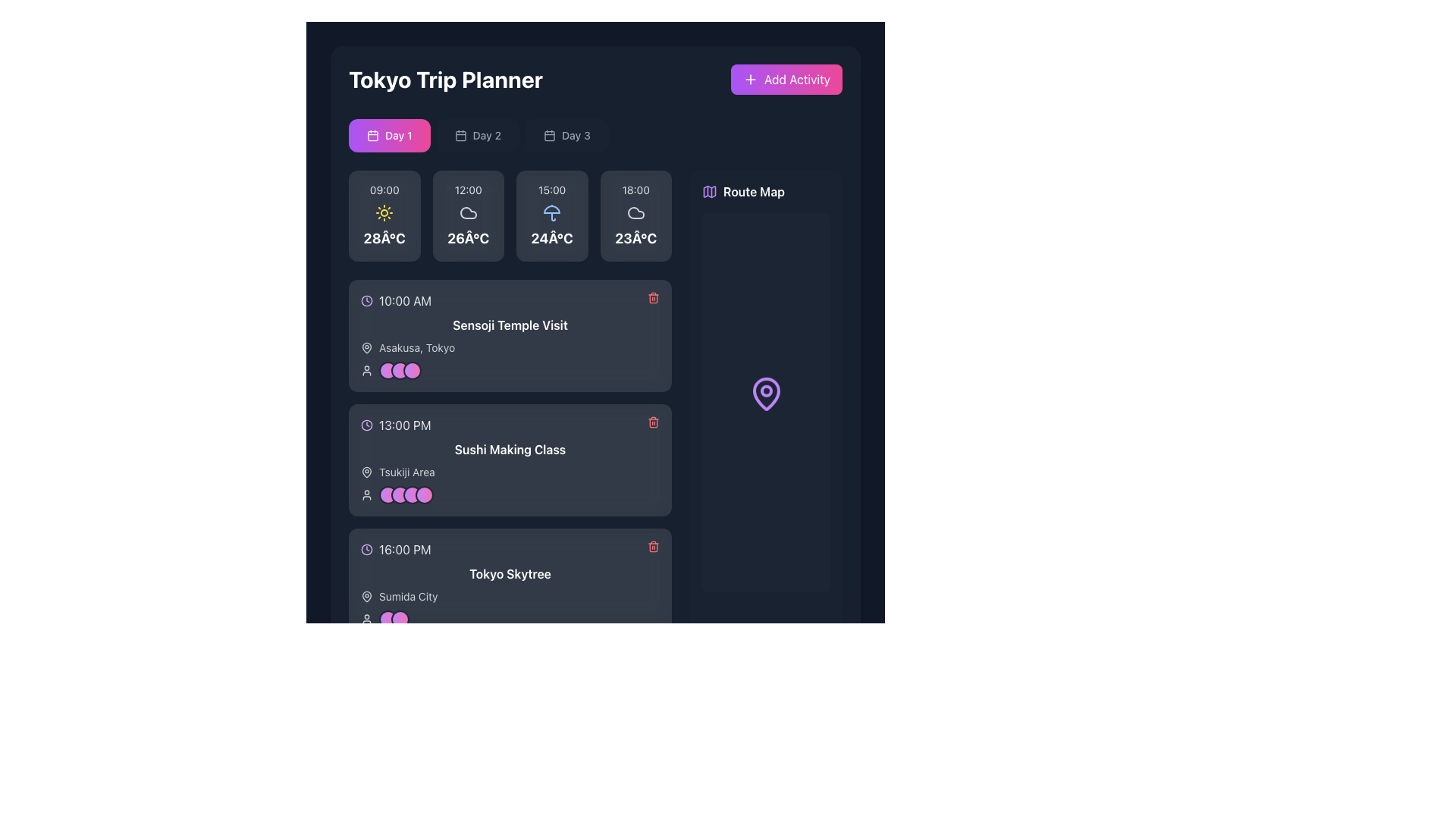 This screenshot has height=819, width=1456. What do you see at coordinates (367, 371) in the screenshot?
I see `the user profile silhouette icon, which is styled with thin outlines and a gray color tone, located at the start of a sequence of circular icons` at bounding box center [367, 371].